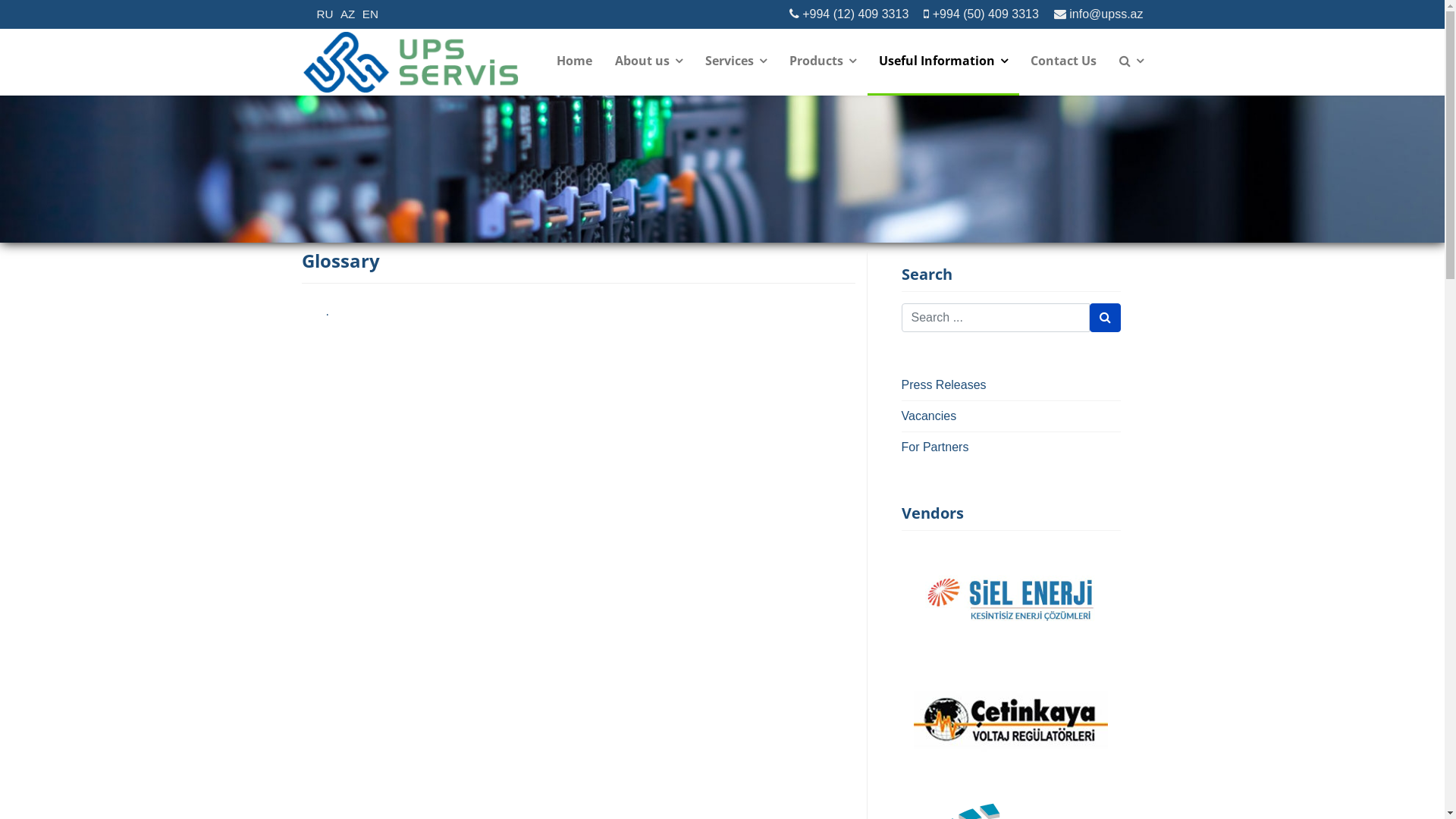 This screenshot has width=1456, height=819. I want to click on 'Home', so click(573, 61).